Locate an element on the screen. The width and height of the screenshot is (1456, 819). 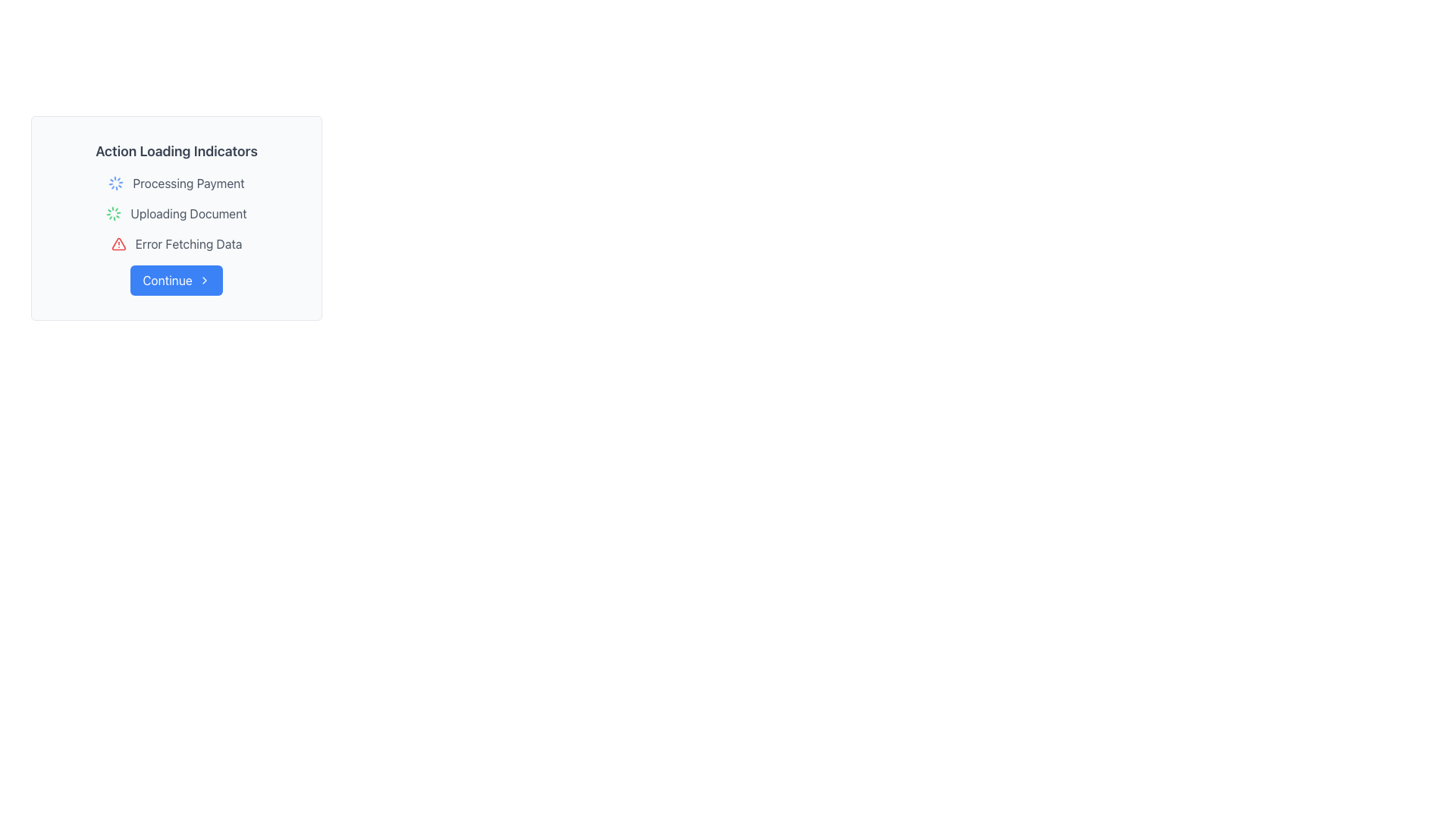
the Informational Indicator displaying 'Processing Payment' with a spinning loader icon, located beneath 'Action Loading Indicators' is located at coordinates (177, 183).